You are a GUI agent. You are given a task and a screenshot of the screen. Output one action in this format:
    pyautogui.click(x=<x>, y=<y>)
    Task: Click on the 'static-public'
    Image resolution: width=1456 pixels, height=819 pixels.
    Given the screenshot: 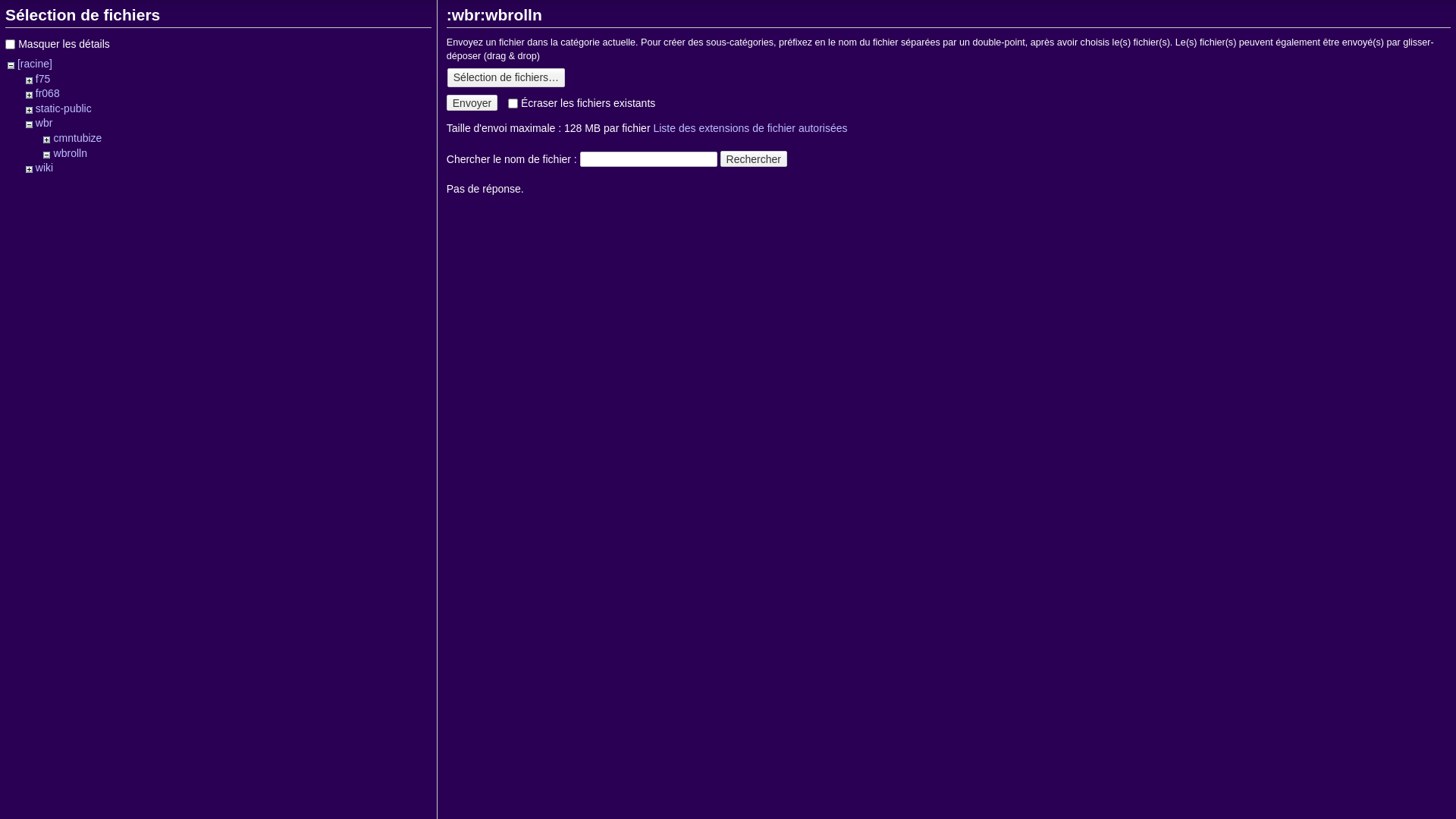 What is the action you would take?
    pyautogui.click(x=36, y=107)
    